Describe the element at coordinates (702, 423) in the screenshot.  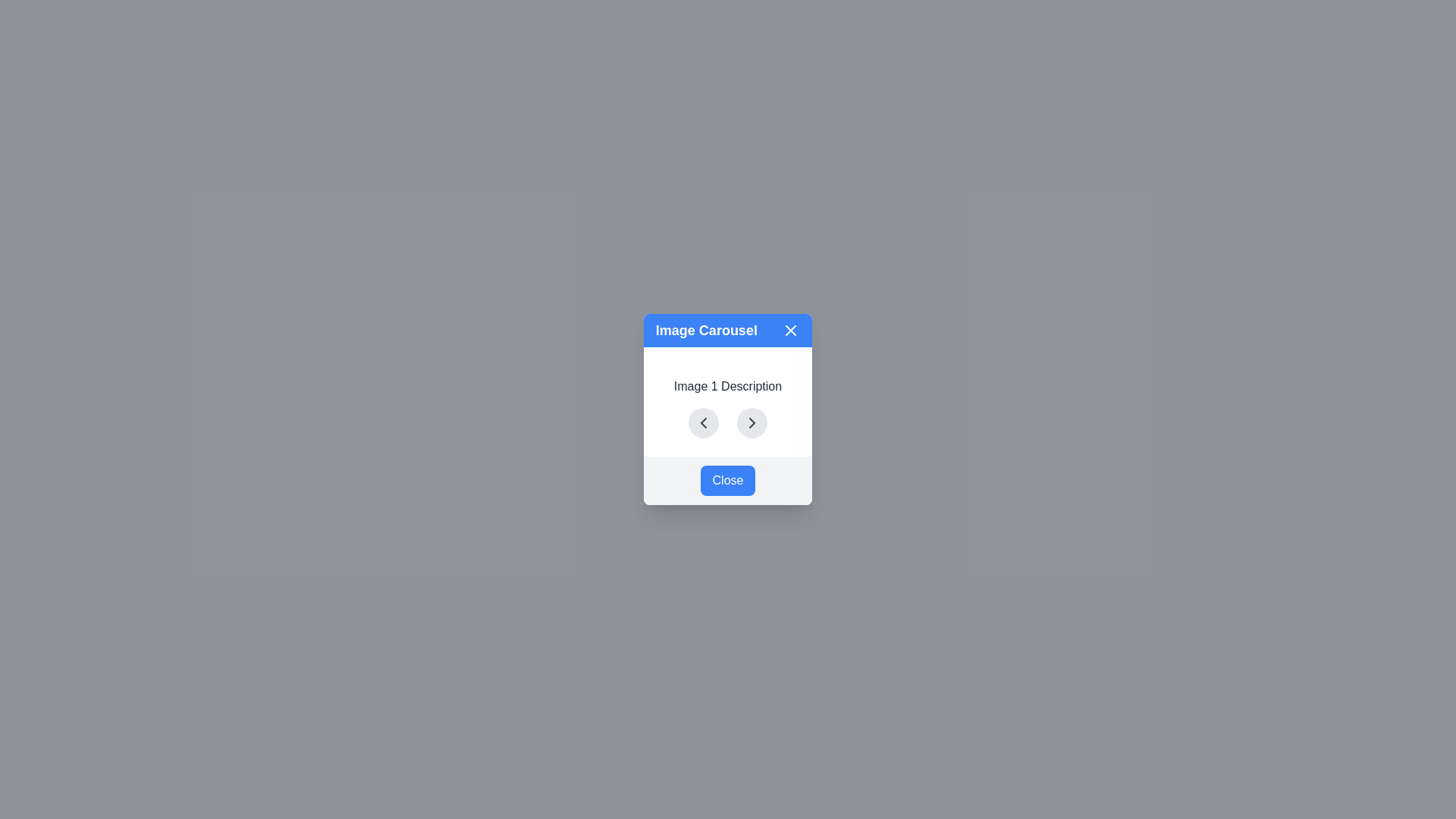
I see `the circular button with a gray background featuring a left-facing chevron arrow located at the bottom-left corner of the modal labeled 'Image Carousel'` at that location.